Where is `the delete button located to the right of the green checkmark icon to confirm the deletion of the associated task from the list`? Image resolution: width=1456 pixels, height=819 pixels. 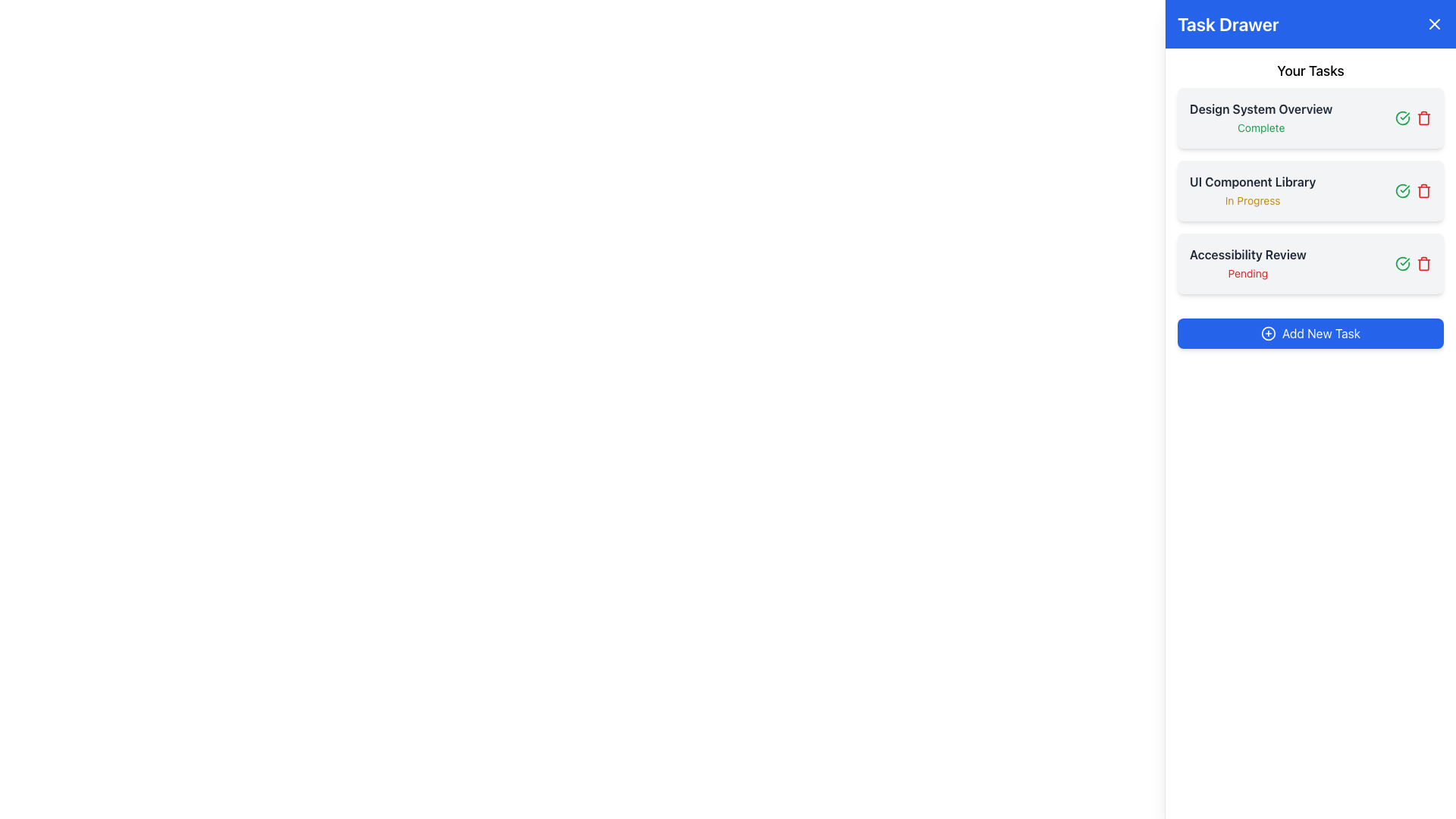
the delete button located to the right of the green checkmark icon to confirm the deletion of the associated task from the list is located at coordinates (1423, 190).